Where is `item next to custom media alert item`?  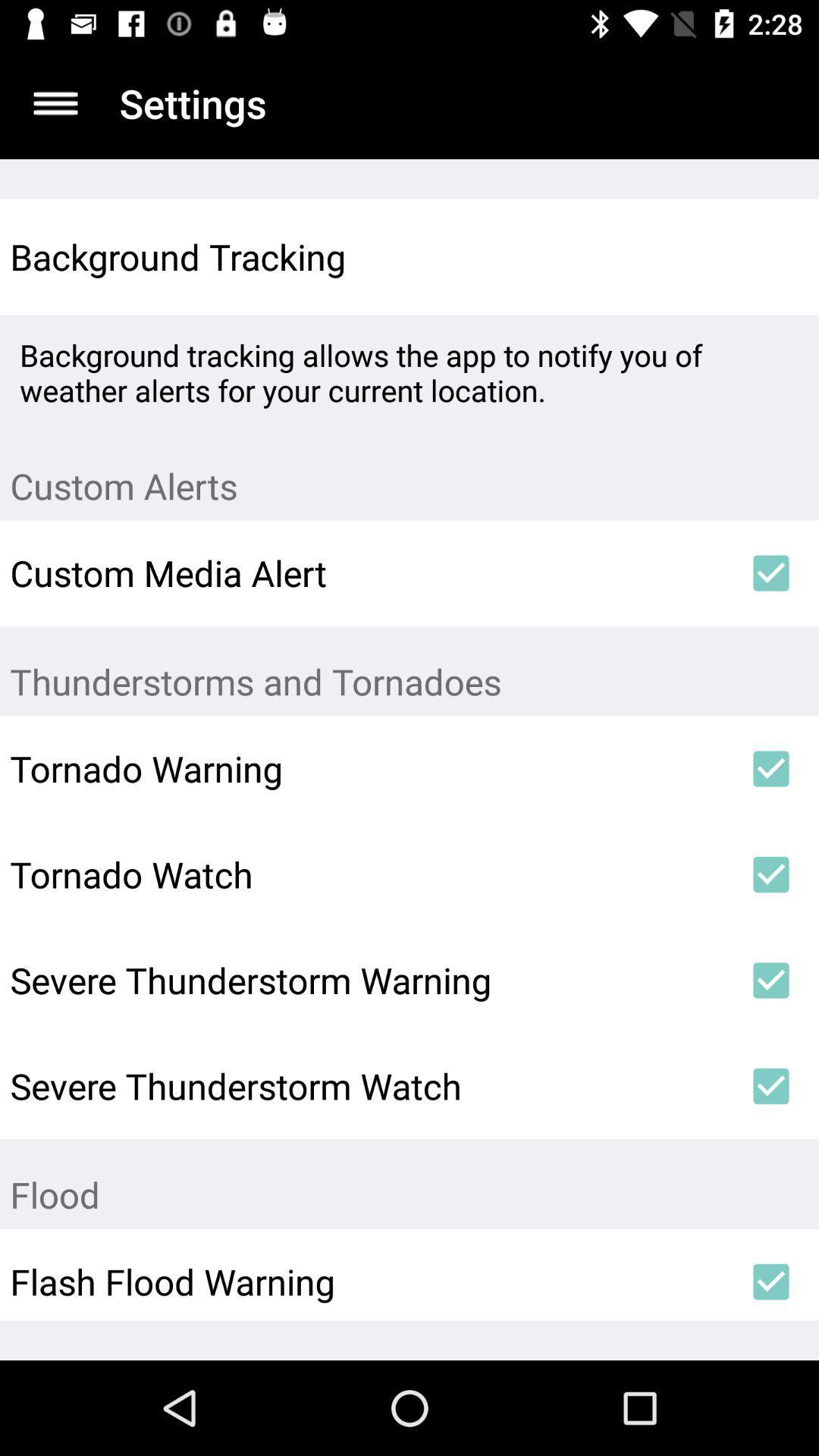
item next to custom media alert item is located at coordinates (771, 572).